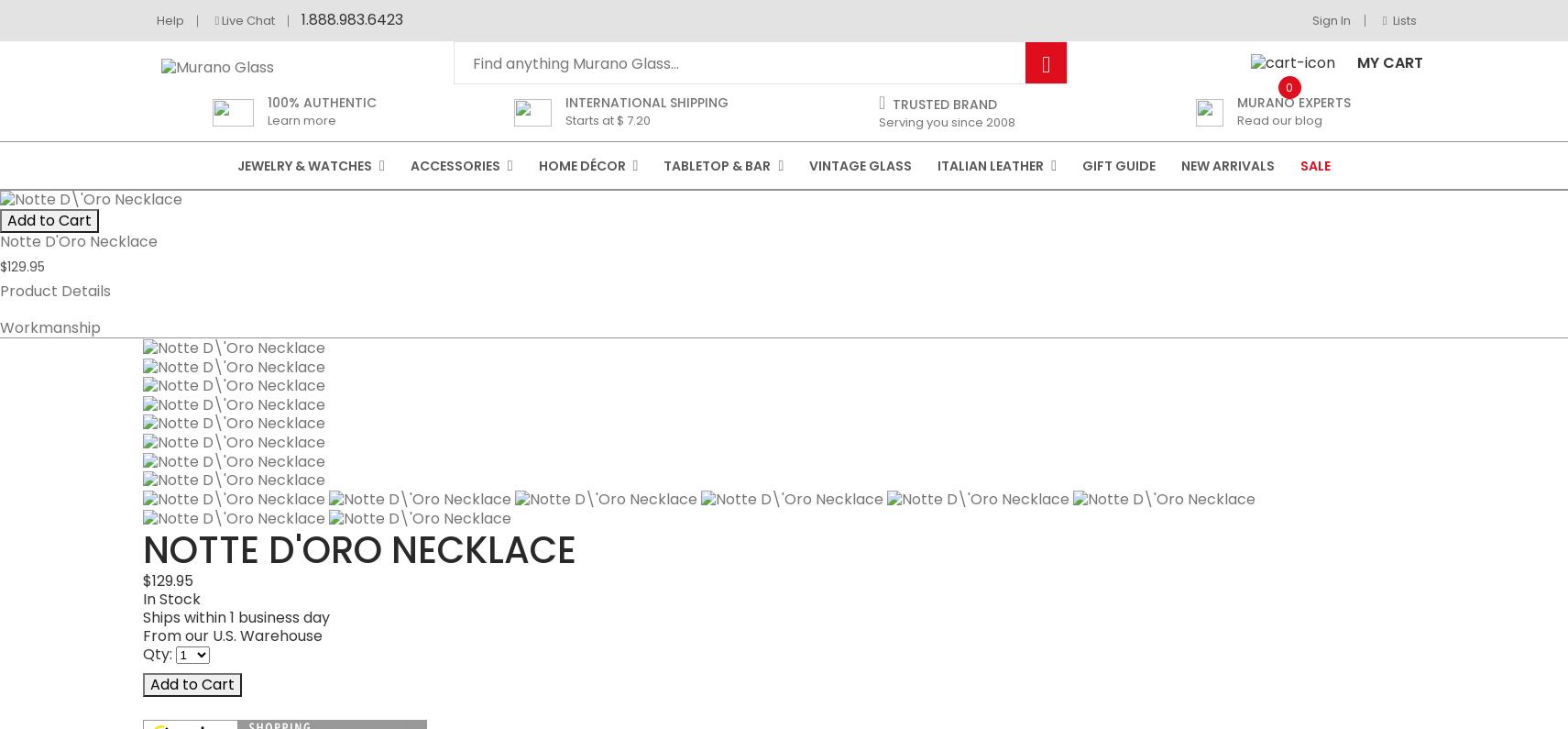 Image resolution: width=1568 pixels, height=729 pixels. Describe the element at coordinates (141, 537) in the screenshot. I see `'Item # :'` at that location.